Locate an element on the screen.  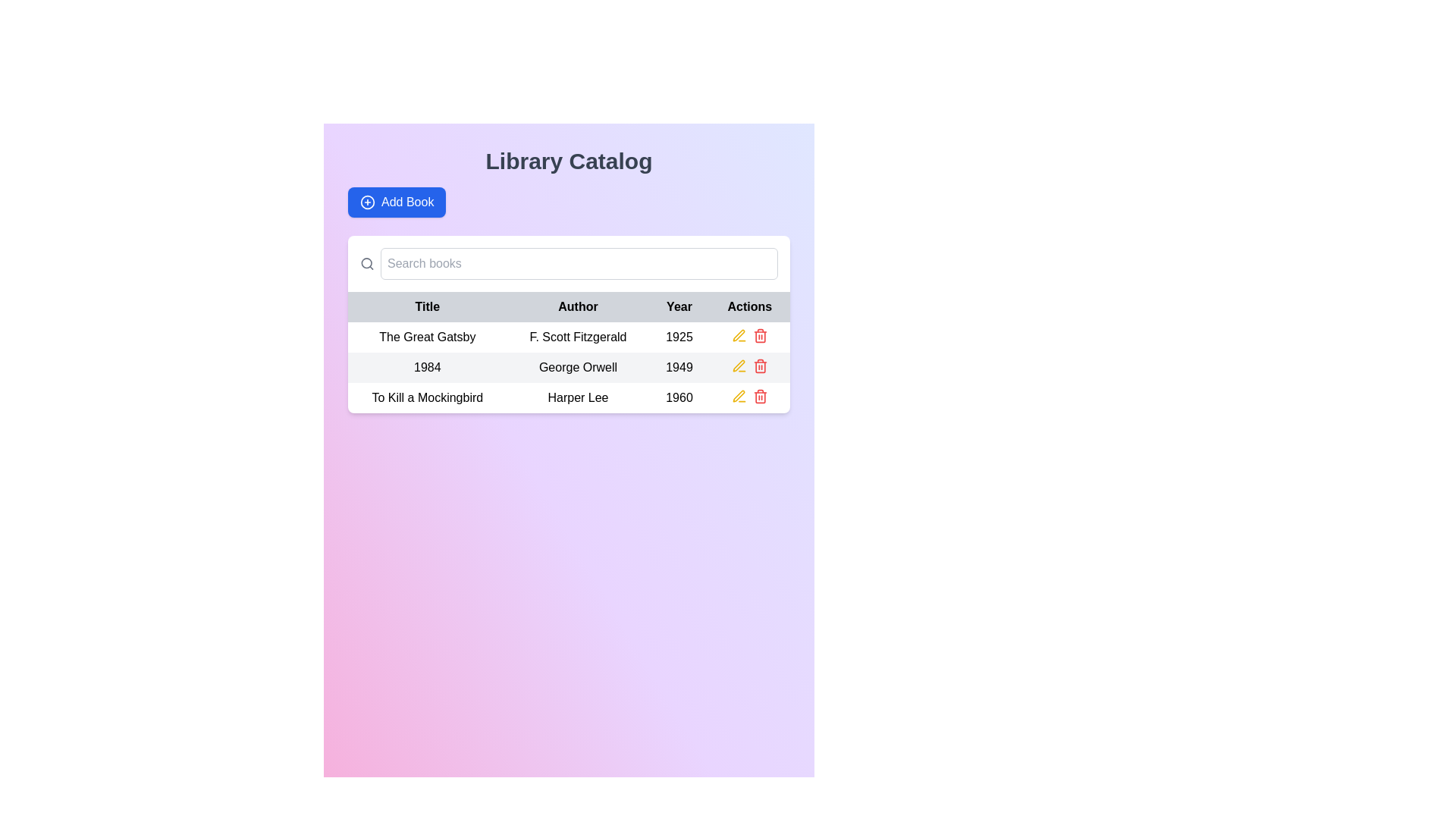
the Table Header Cell containing the text 'Author', which is centrally located in the header row of the table, between 'Title' and 'Year' is located at coordinates (568, 307).